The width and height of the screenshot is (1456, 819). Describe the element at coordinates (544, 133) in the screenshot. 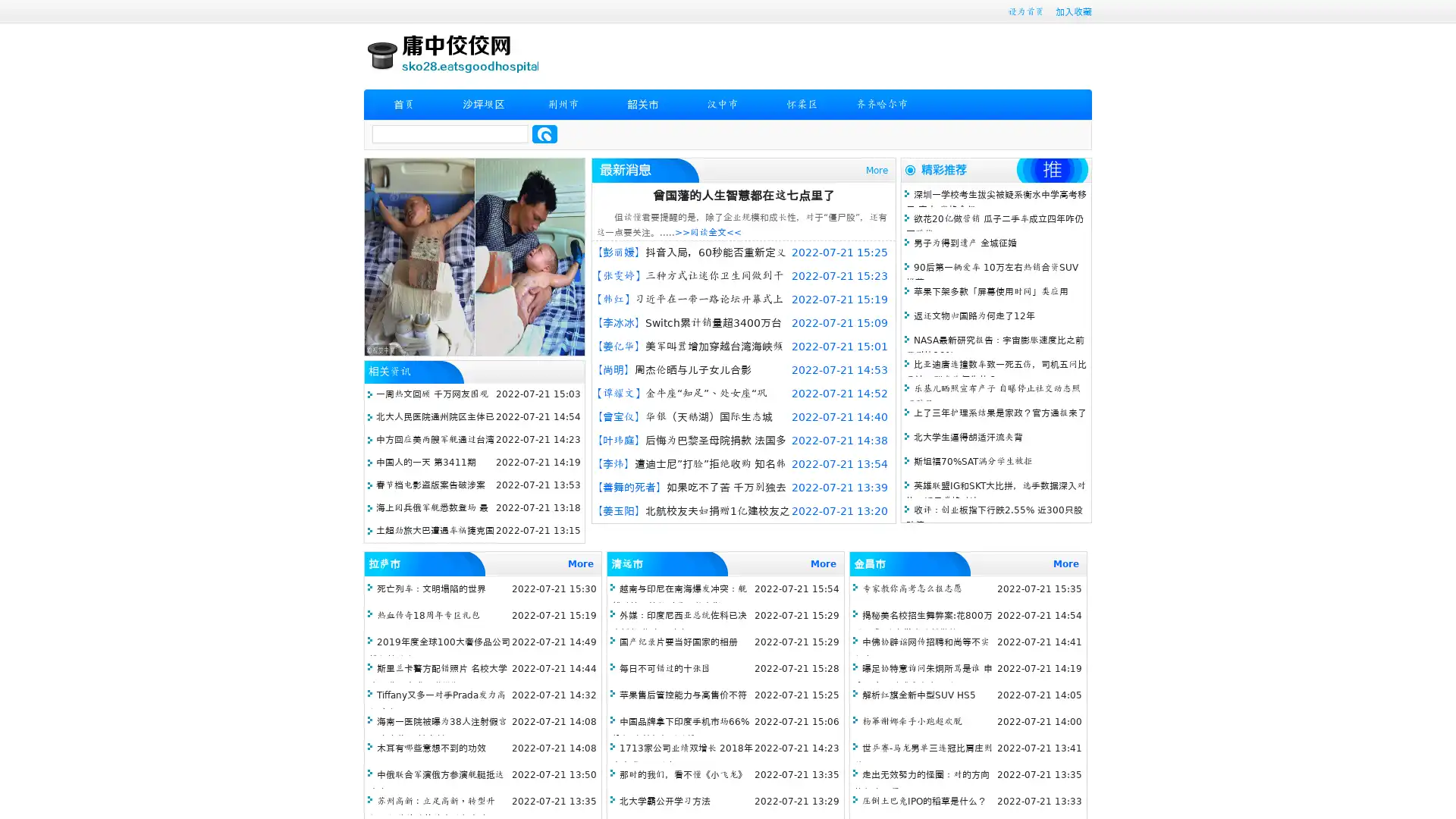

I see `Search` at that location.